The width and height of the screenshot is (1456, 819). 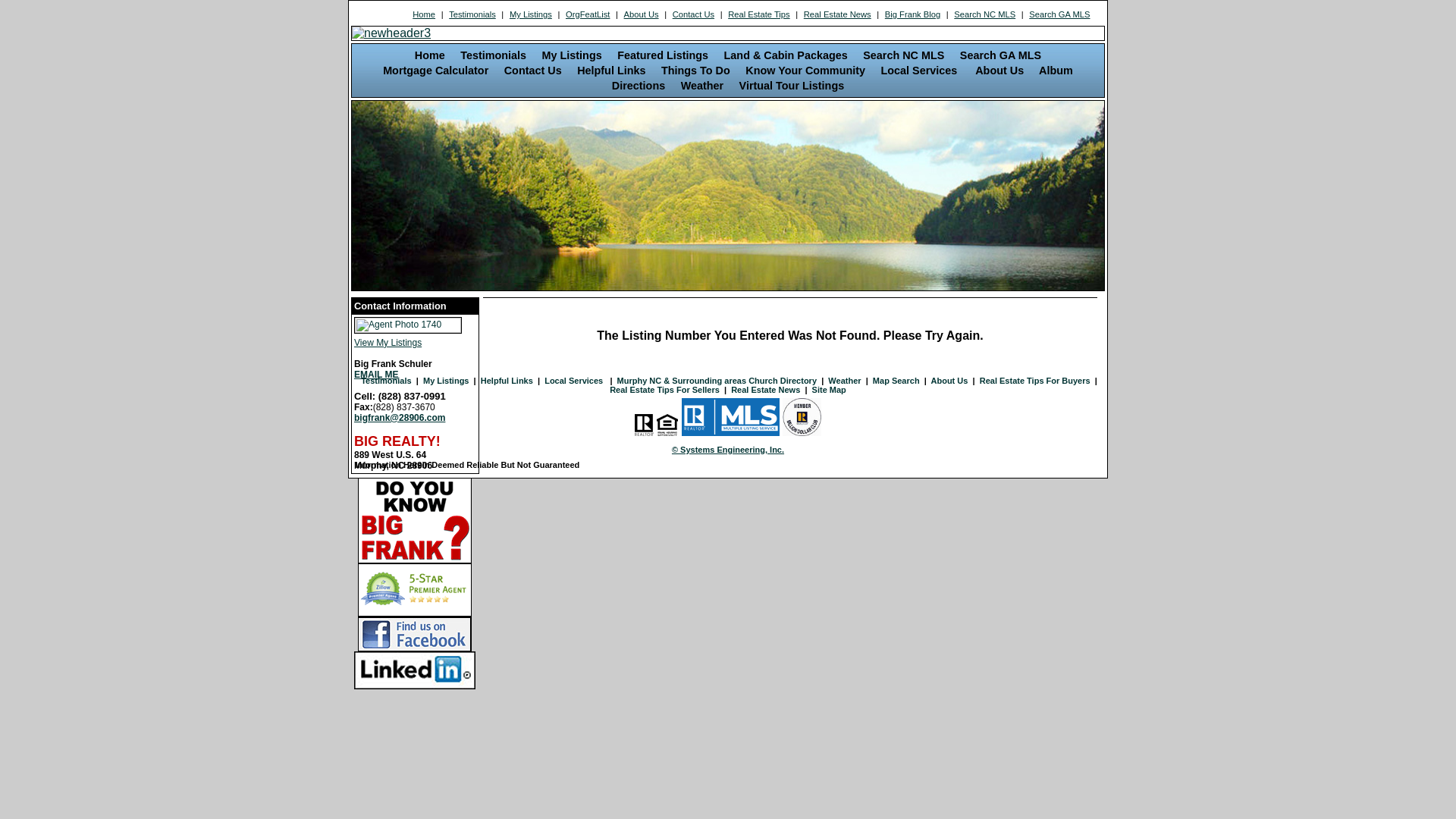 I want to click on 'Directions', so click(x=611, y=85).